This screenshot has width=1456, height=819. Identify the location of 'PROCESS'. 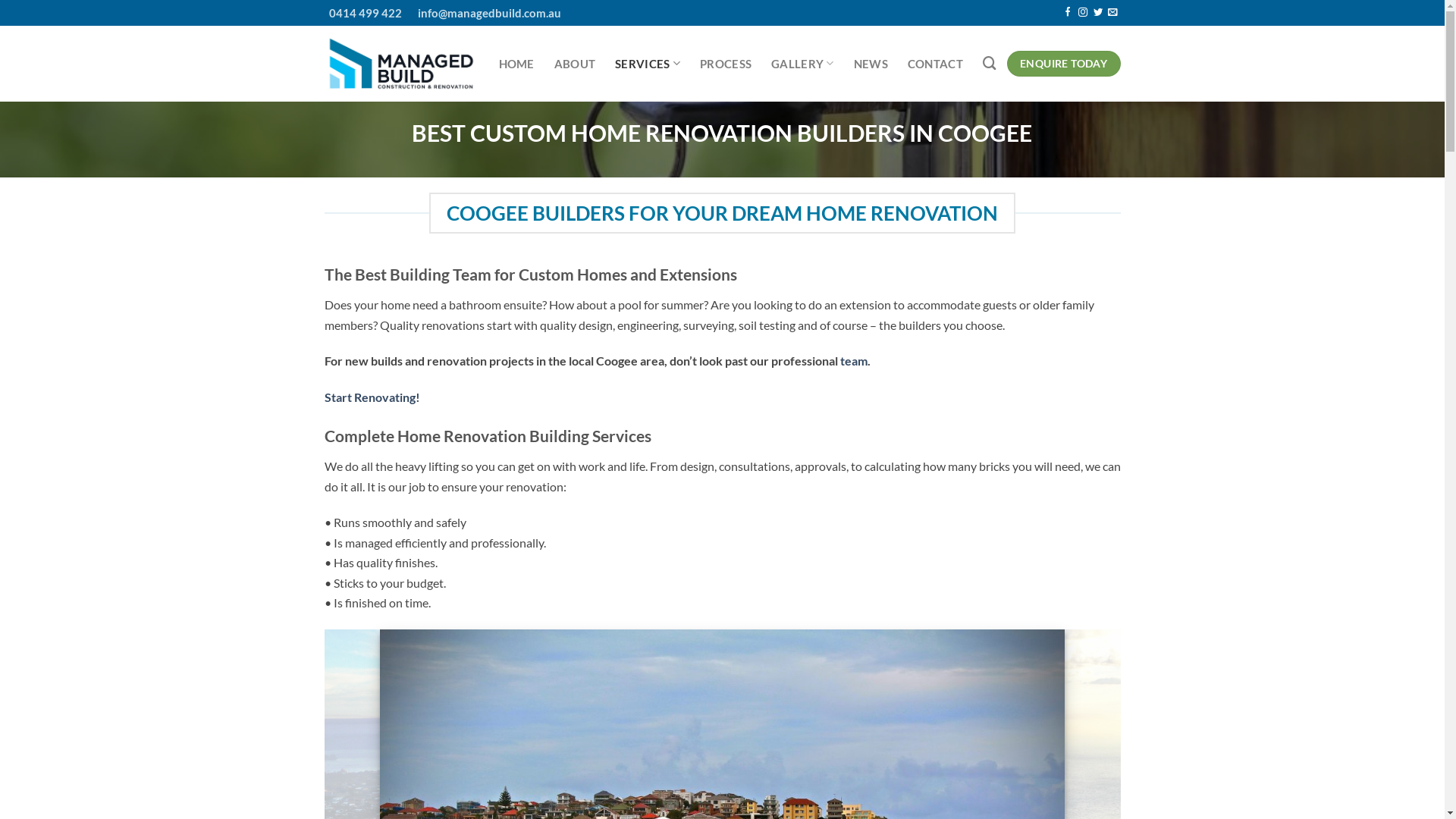
(724, 63).